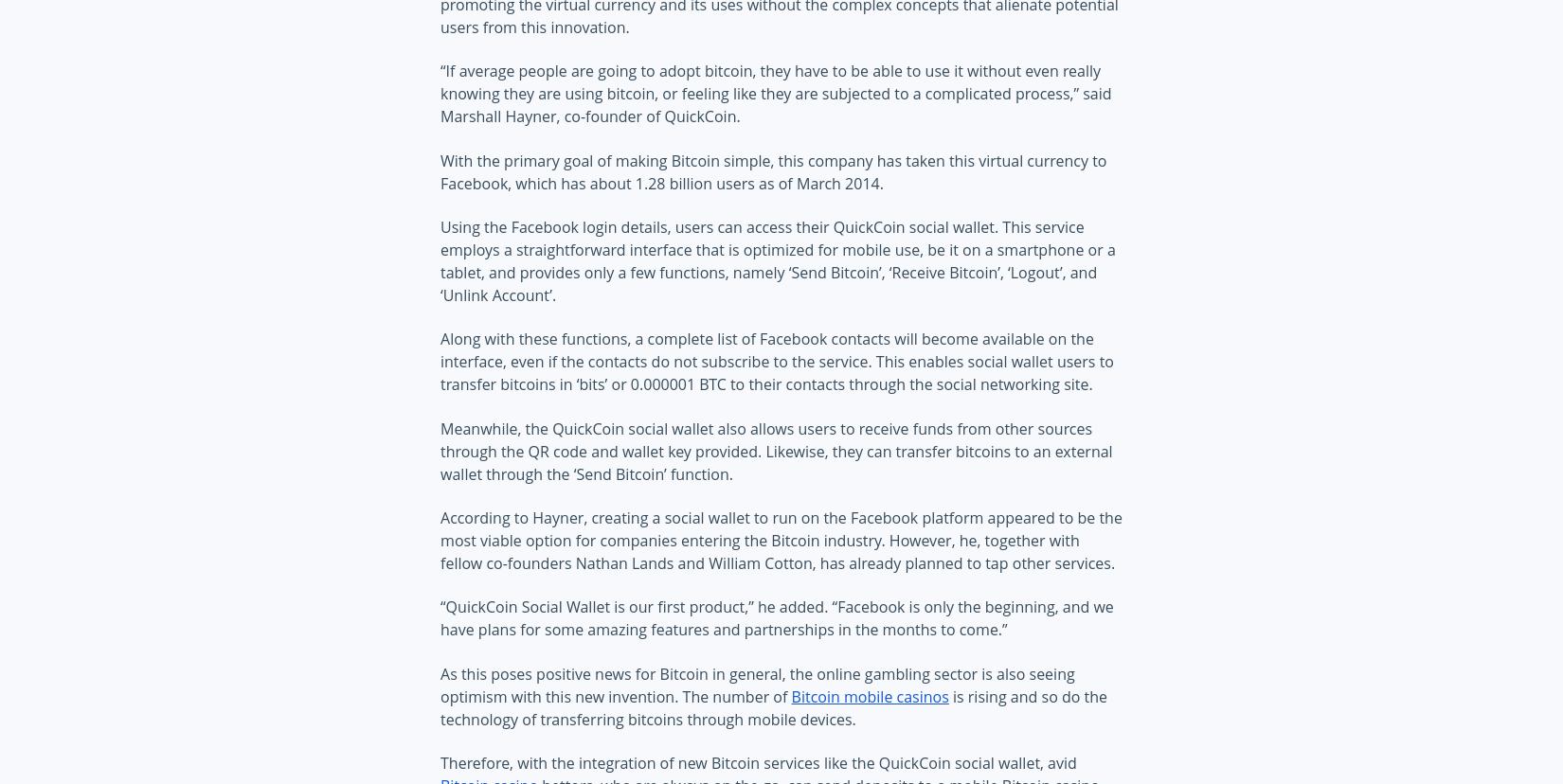  Describe the element at coordinates (775, 94) in the screenshot. I see `'“If average people are going to adopt bitcoin, they have to be able to use it without even really knowing they are using bitcoin, or feeling like they are subjected to a complicated process,” said Marshall Hayner, co-founder of QuickCoin.'` at that location.